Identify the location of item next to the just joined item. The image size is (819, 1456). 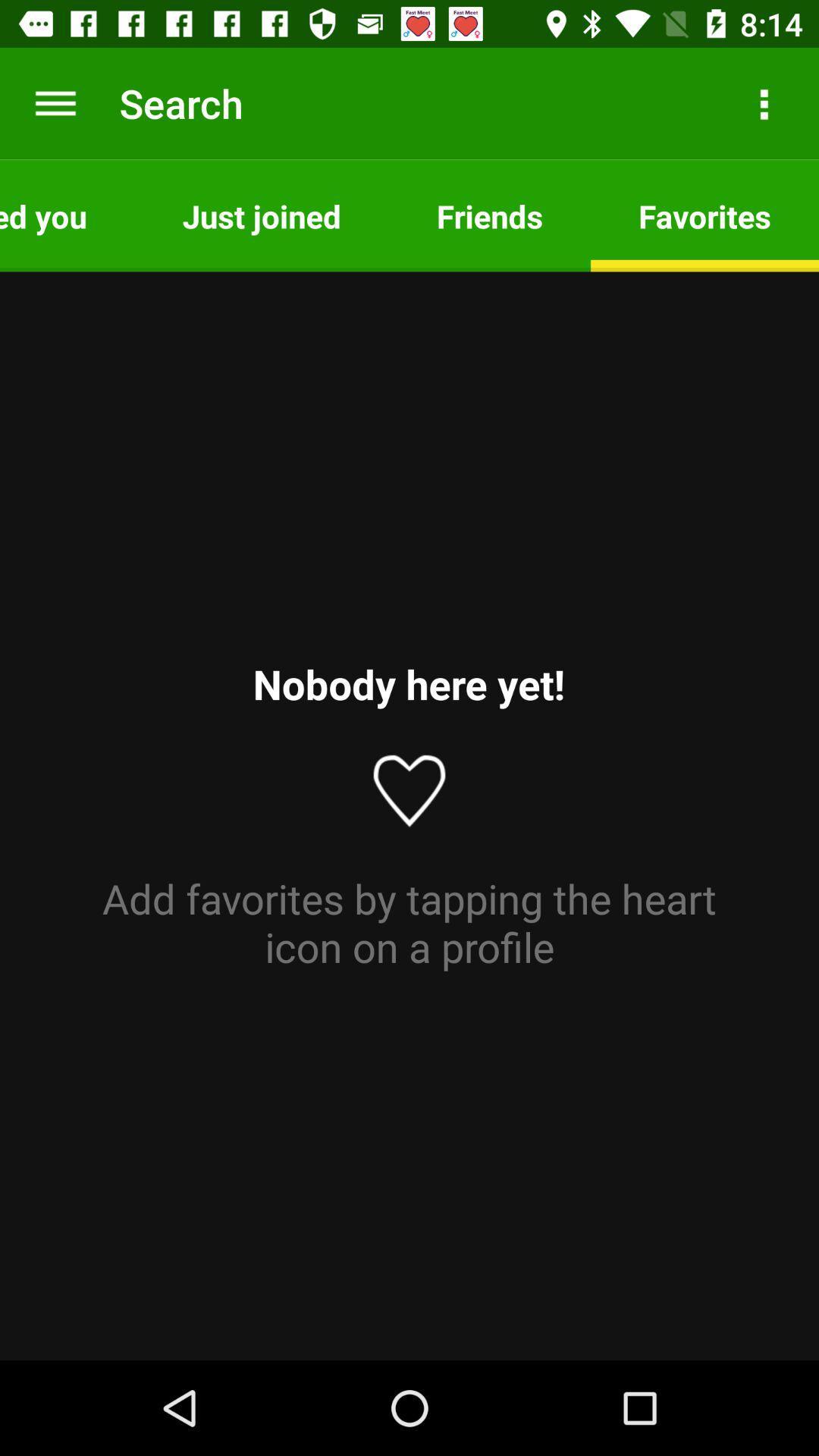
(66, 215).